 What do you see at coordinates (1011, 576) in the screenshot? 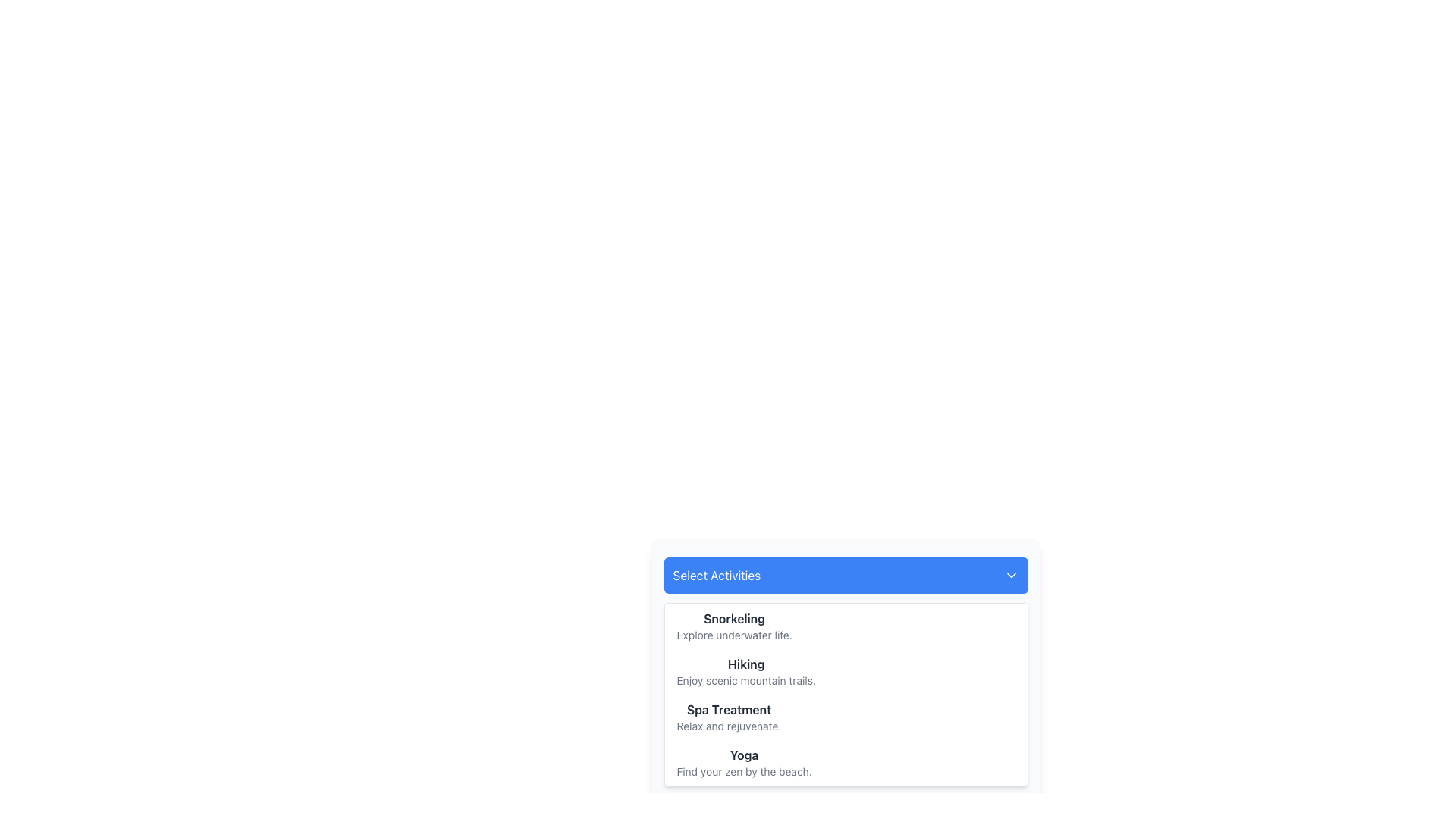
I see `the downward-pointing chevron icon on the right side of the 'Select Activities' blue bar` at bounding box center [1011, 576].